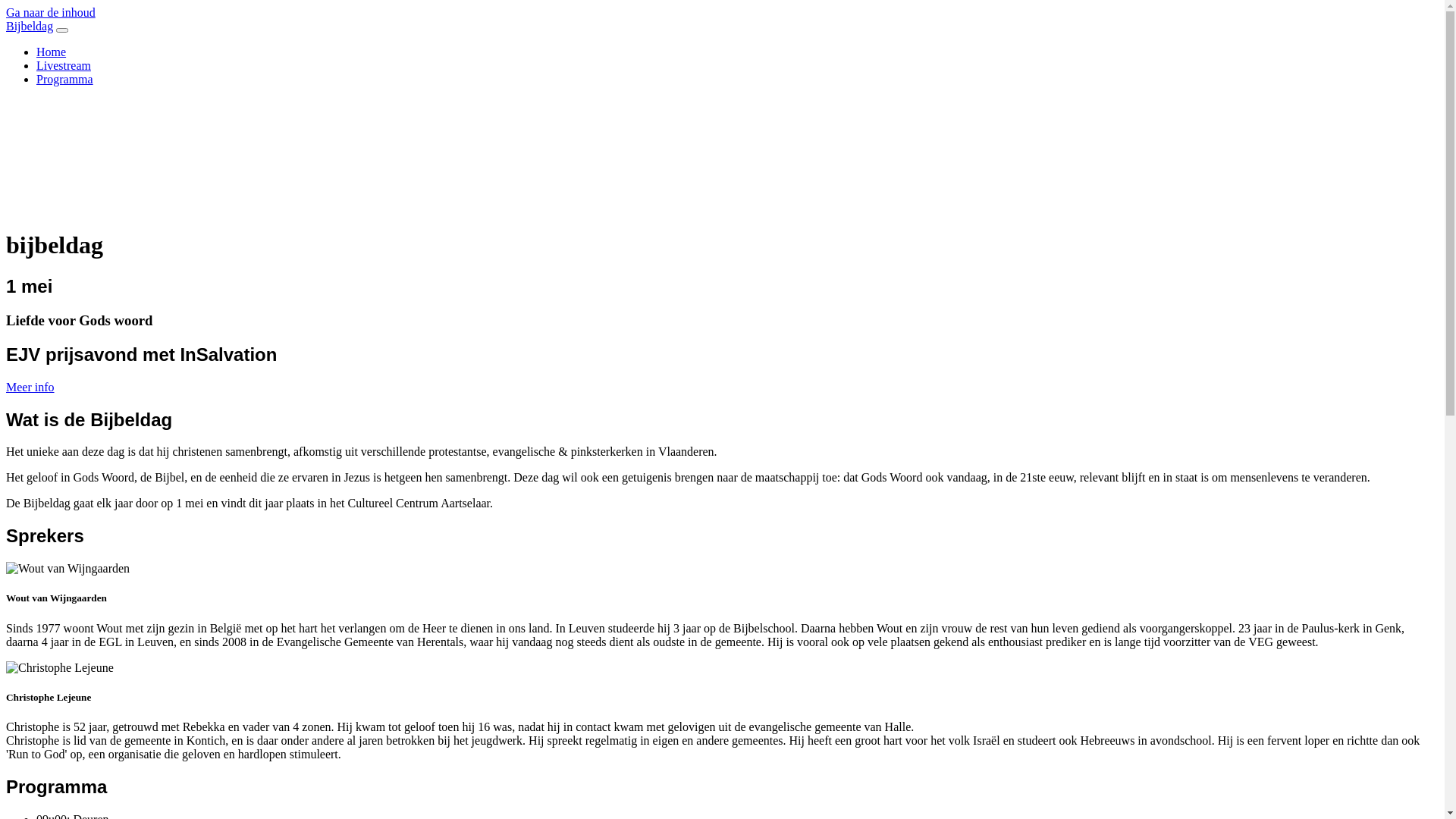 Image resolution: width=1456 pixels, height=819 pixels. What do you see at coordinates (51, 12) in the screenshot?
I see `'Ga naar de inhoud'` at bounding box center [51, 12].